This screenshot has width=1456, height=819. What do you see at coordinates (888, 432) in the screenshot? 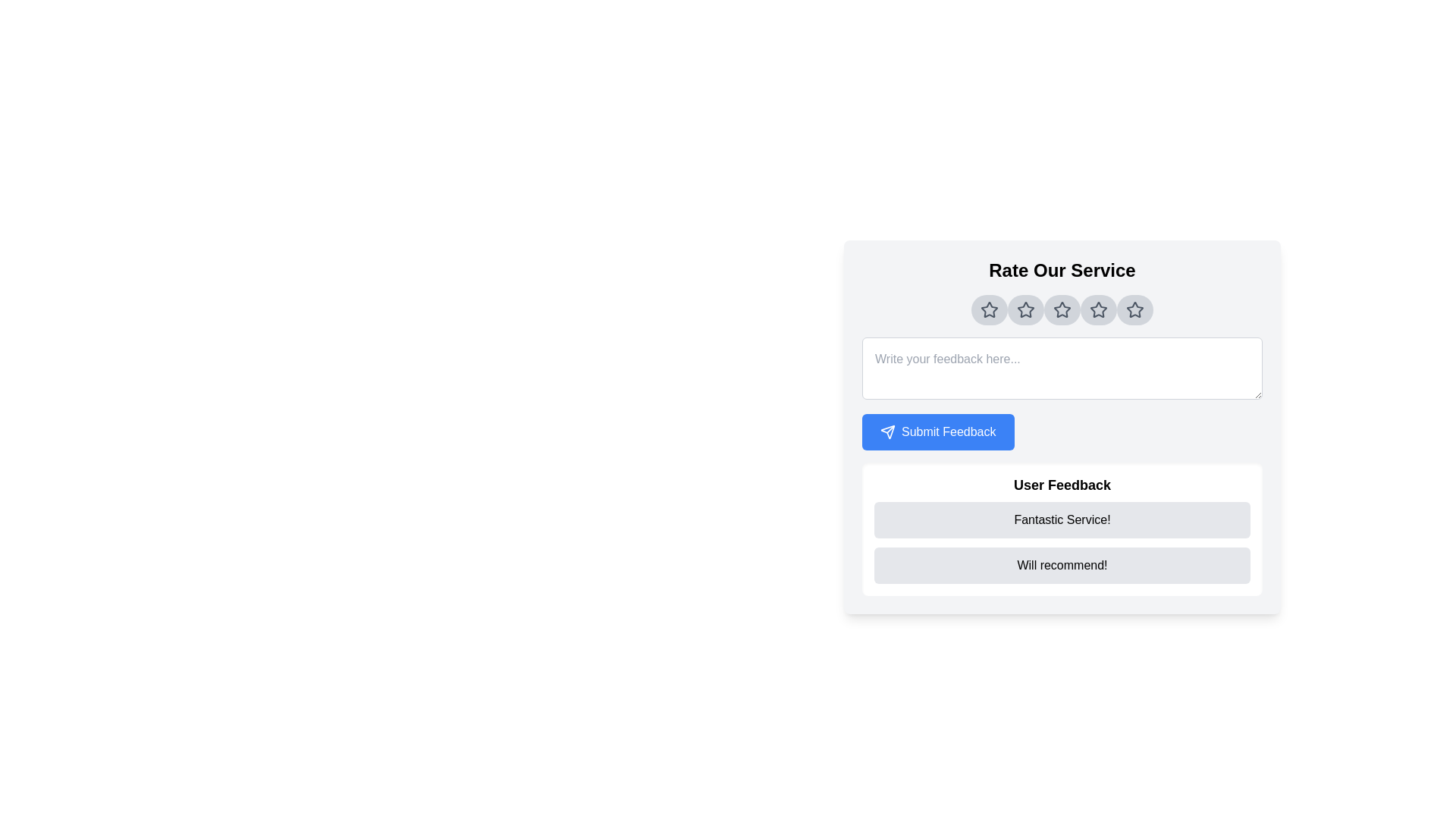
I see `the 'Submit Feedback' button containing the send SVG icon to observe interactive styling effects` at bounding box center [888, 432].